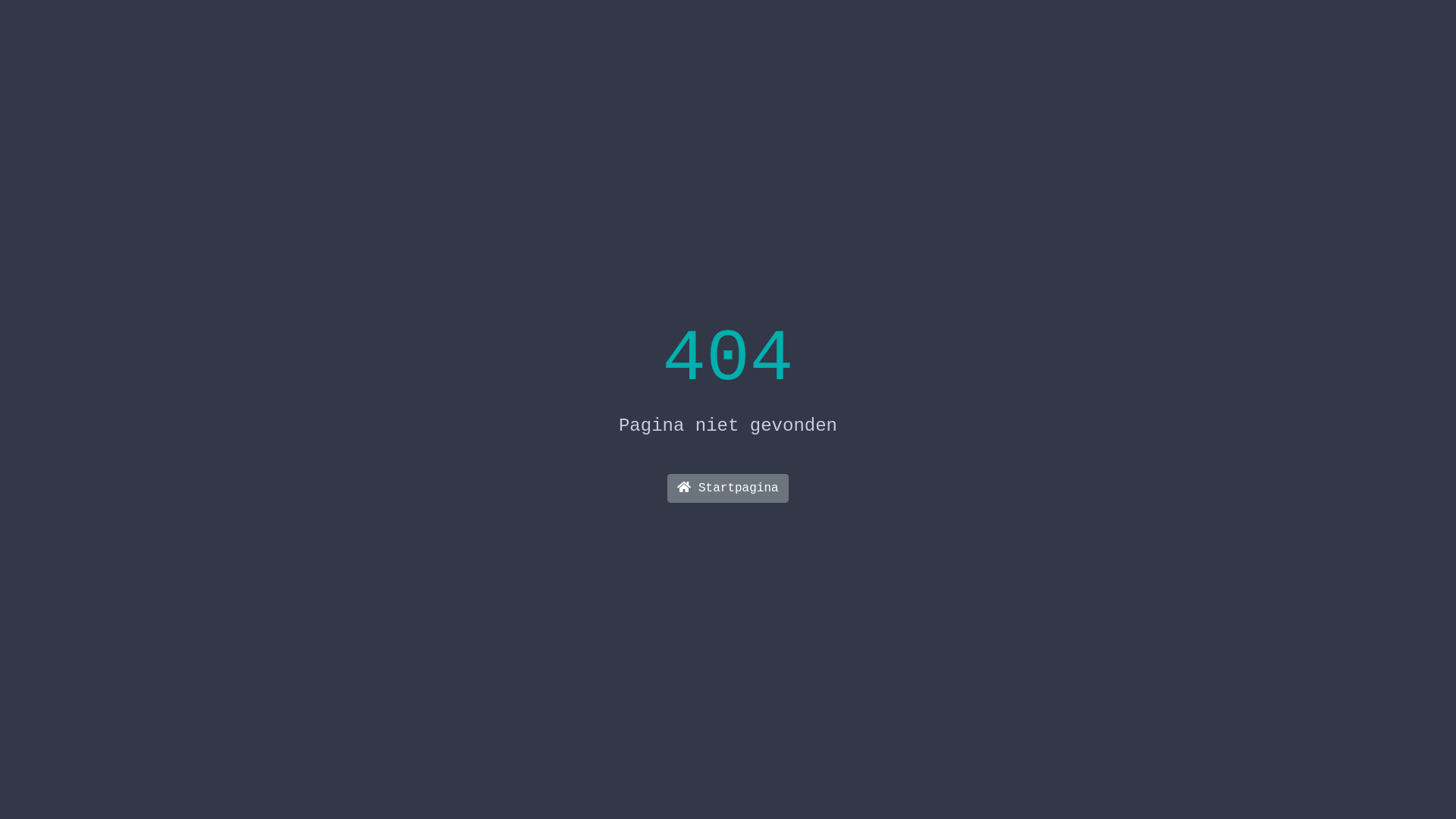  What do you see at coordinates (726, 488) in the screenshot?
I see `'Startpagina'` at bounding box center [726, 488].